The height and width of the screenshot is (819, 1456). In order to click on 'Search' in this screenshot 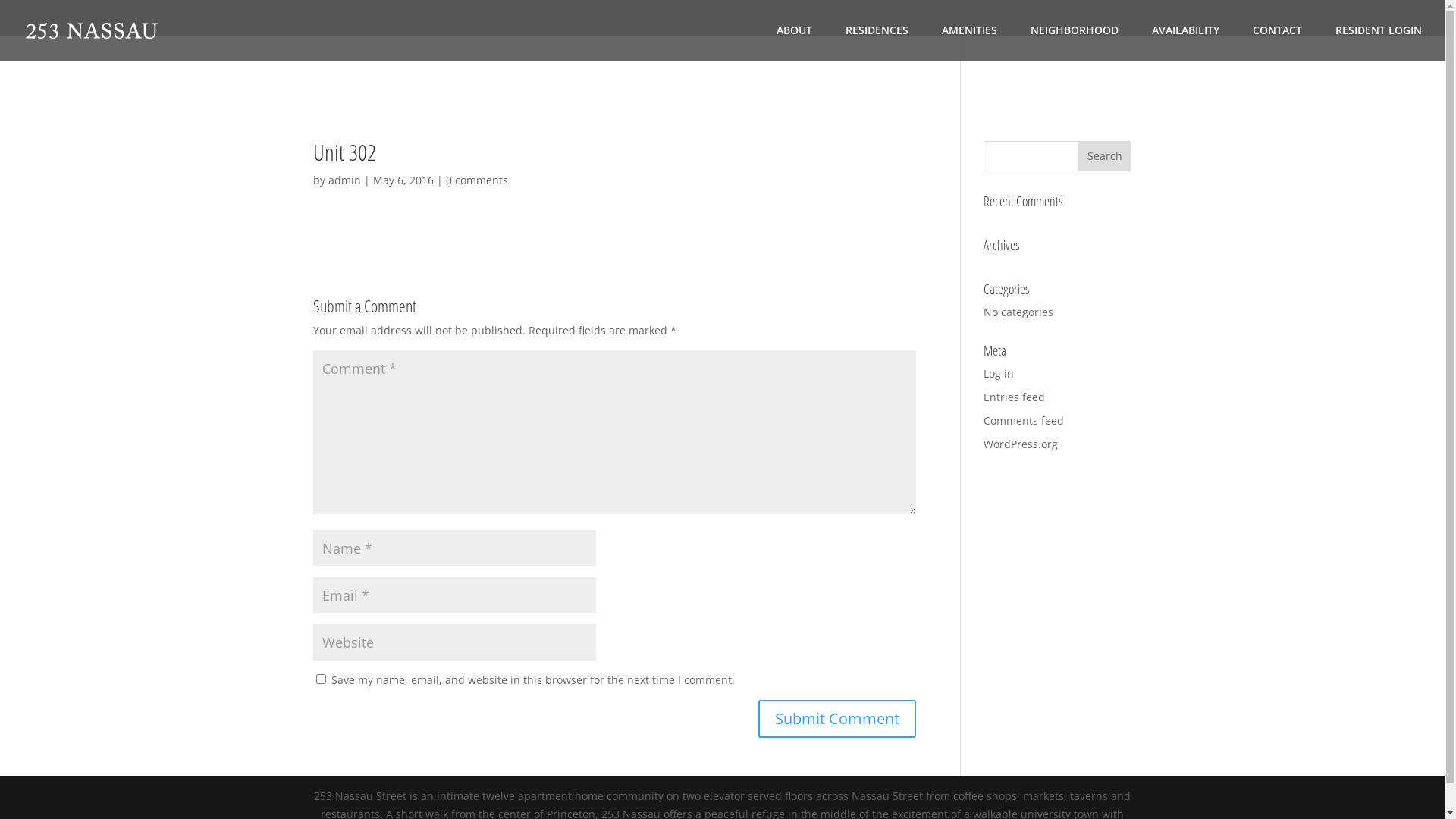, I will do `click(1077, 155)`.